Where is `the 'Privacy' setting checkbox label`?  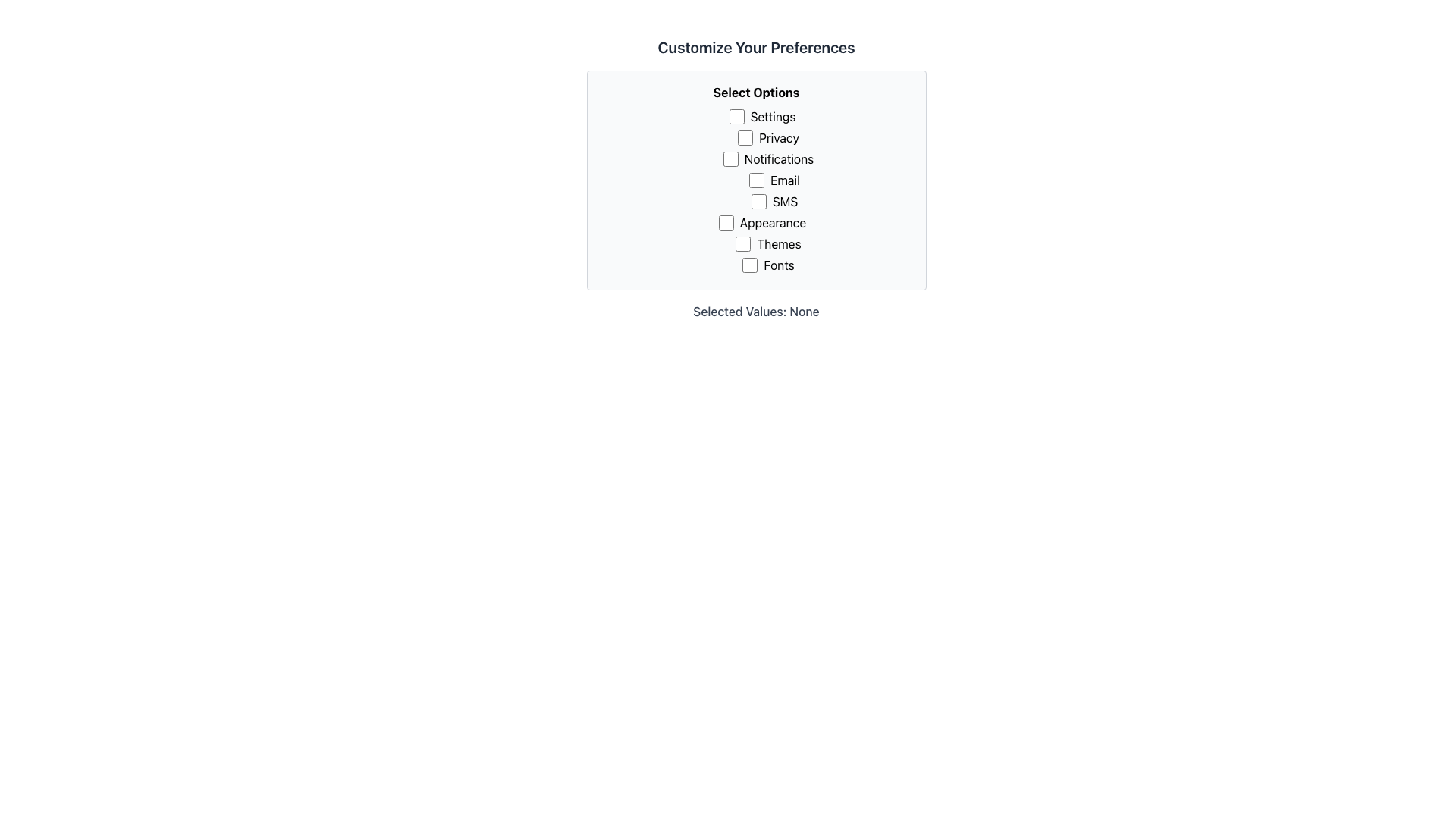 the 'Privacy' setting checkbox label is located at coordinates (768, 140).